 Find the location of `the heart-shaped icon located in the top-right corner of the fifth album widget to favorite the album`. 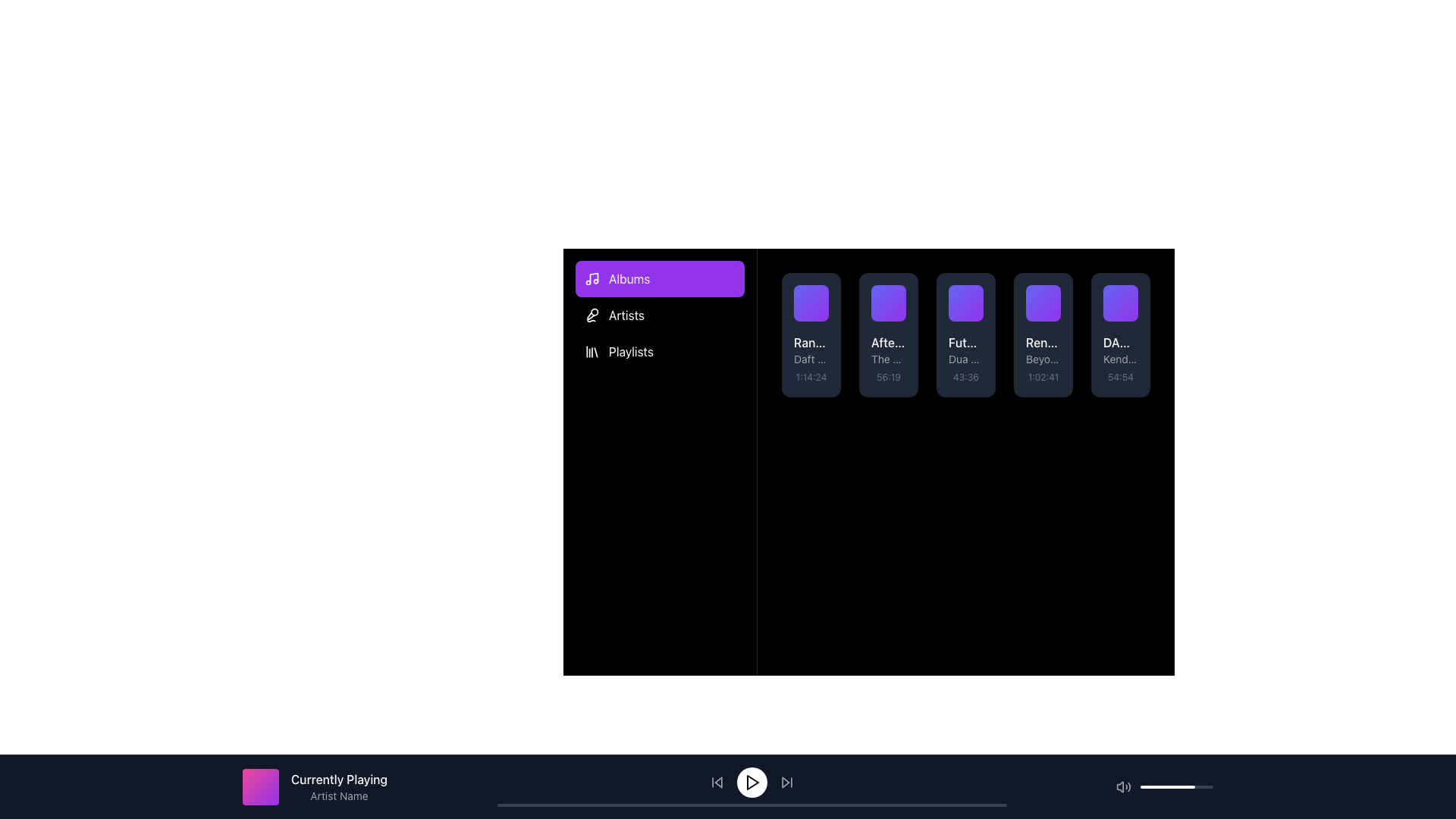

the heart-shaped icon located in the top-right corner of the fifth album widget to favorite the album is located at coordinates (1128, 294).